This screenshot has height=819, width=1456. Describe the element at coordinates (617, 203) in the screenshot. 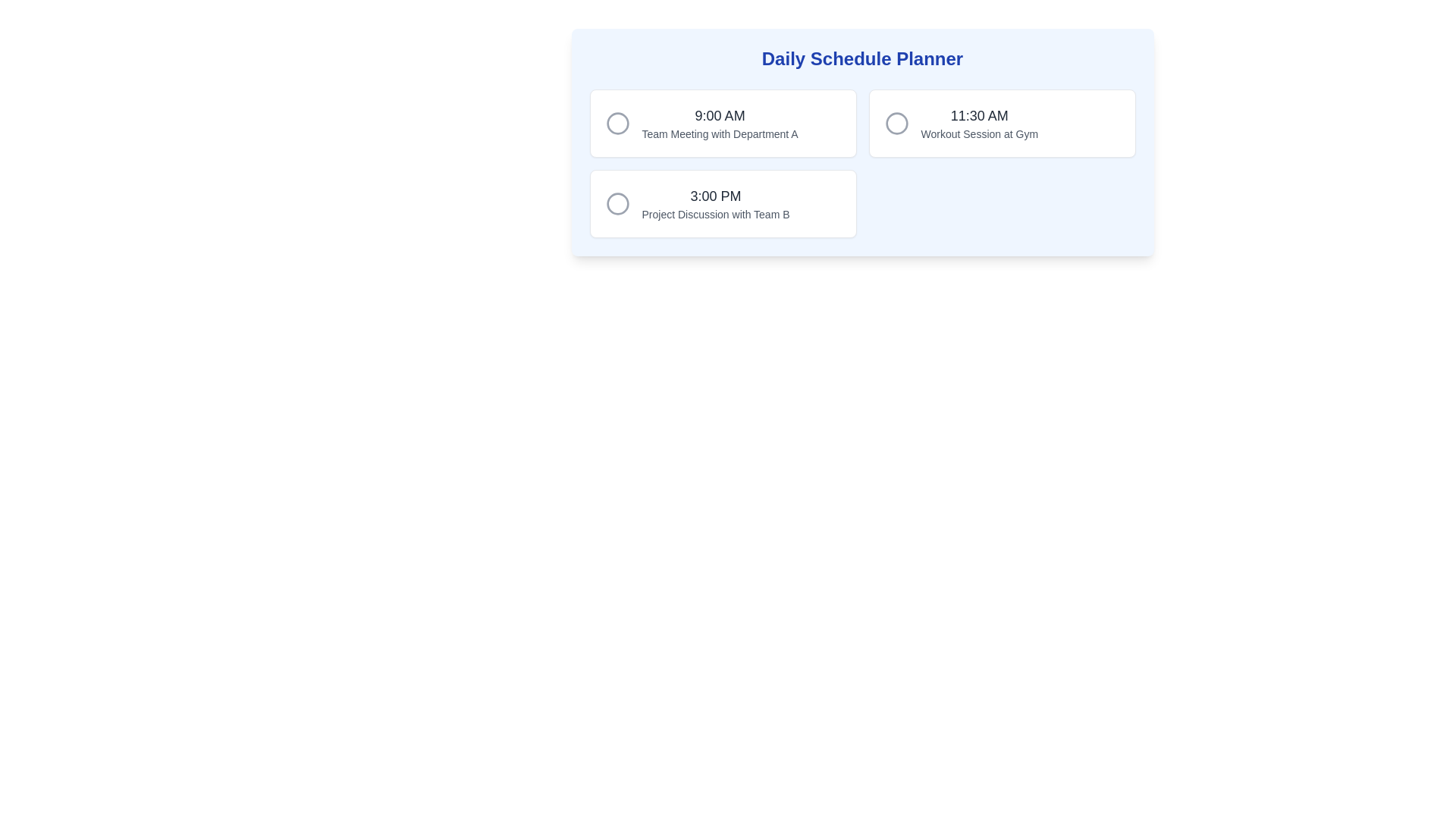

I see `the circular icon representing the status option located to the left of the '3:00 PM Project Discussion with Team B' entry in the schedule` at that location.